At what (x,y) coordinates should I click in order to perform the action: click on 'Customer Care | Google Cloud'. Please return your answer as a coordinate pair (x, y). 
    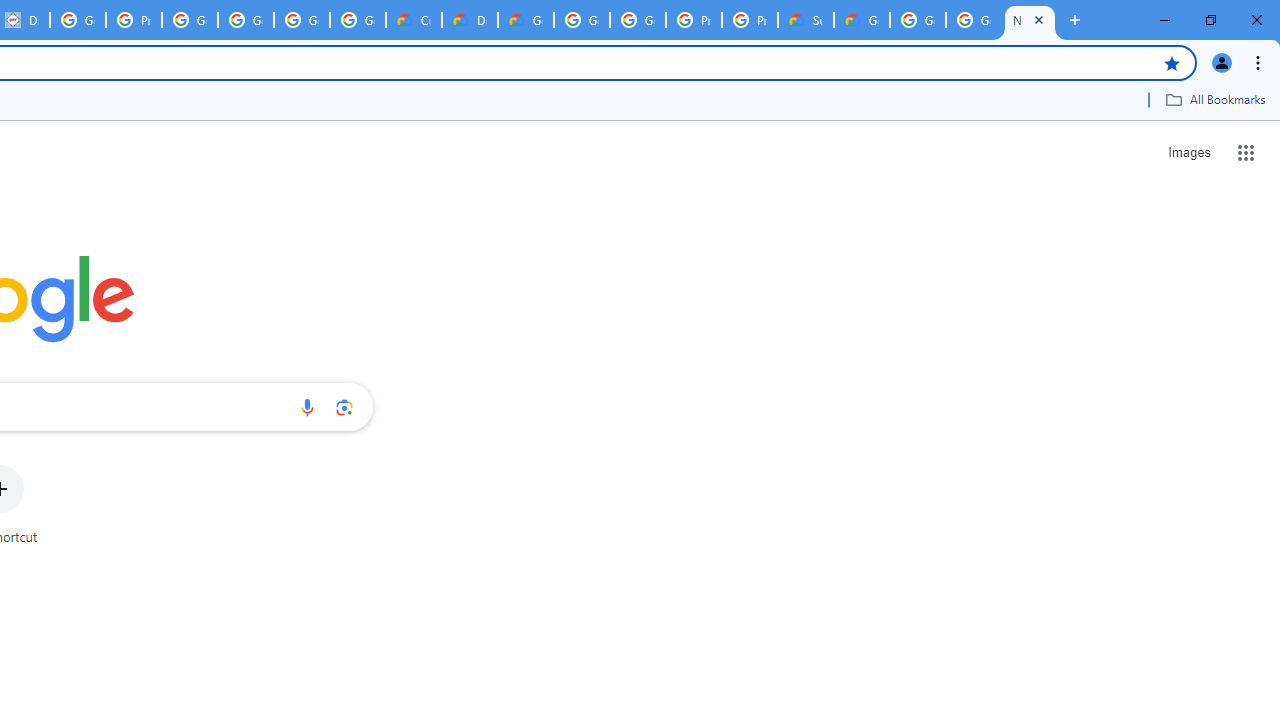
    Looking at the image, I should click on (413, 20).